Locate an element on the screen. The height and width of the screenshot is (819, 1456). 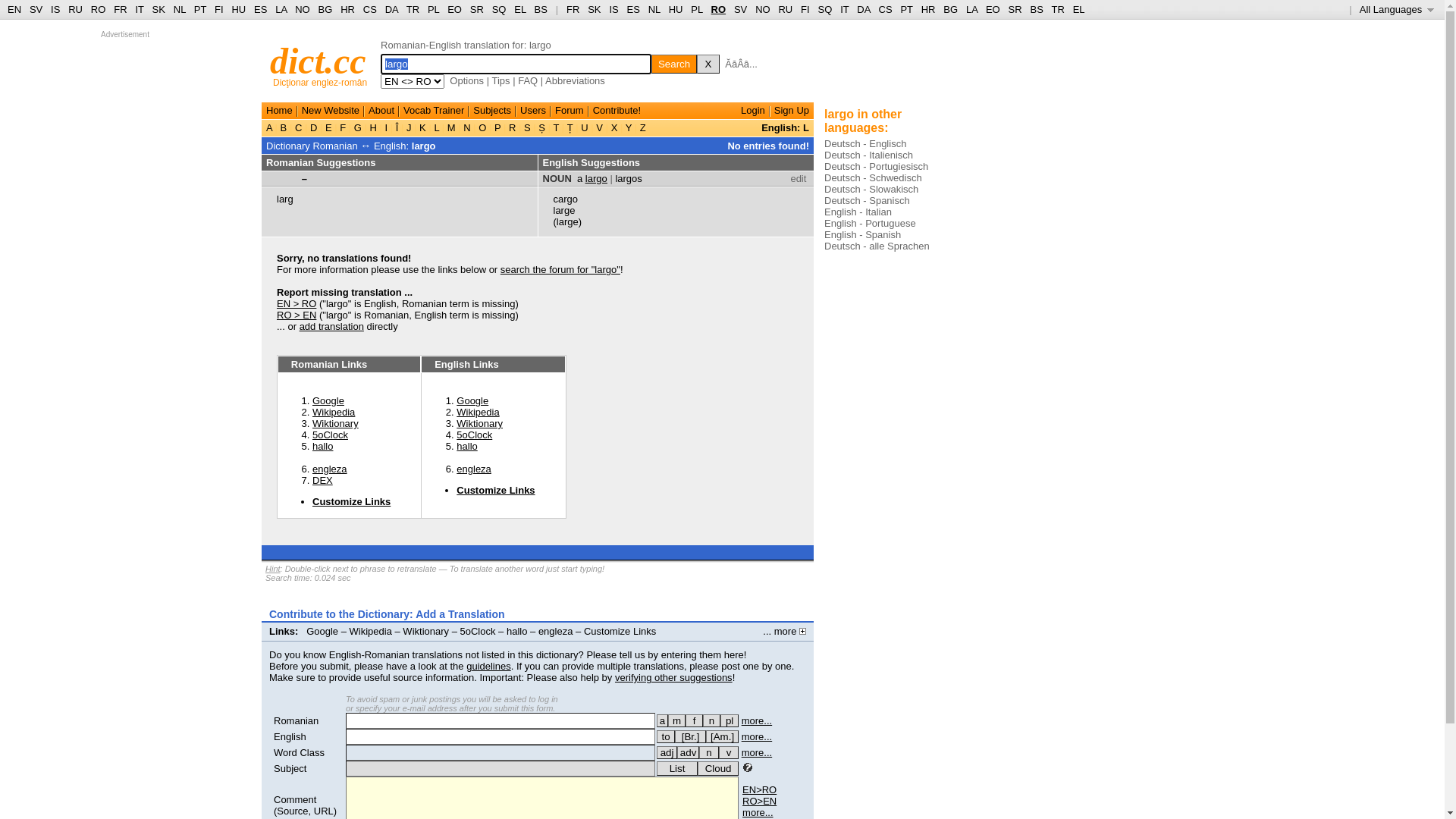
'search the forum for "largo"' is located at coordinates (560, 268).